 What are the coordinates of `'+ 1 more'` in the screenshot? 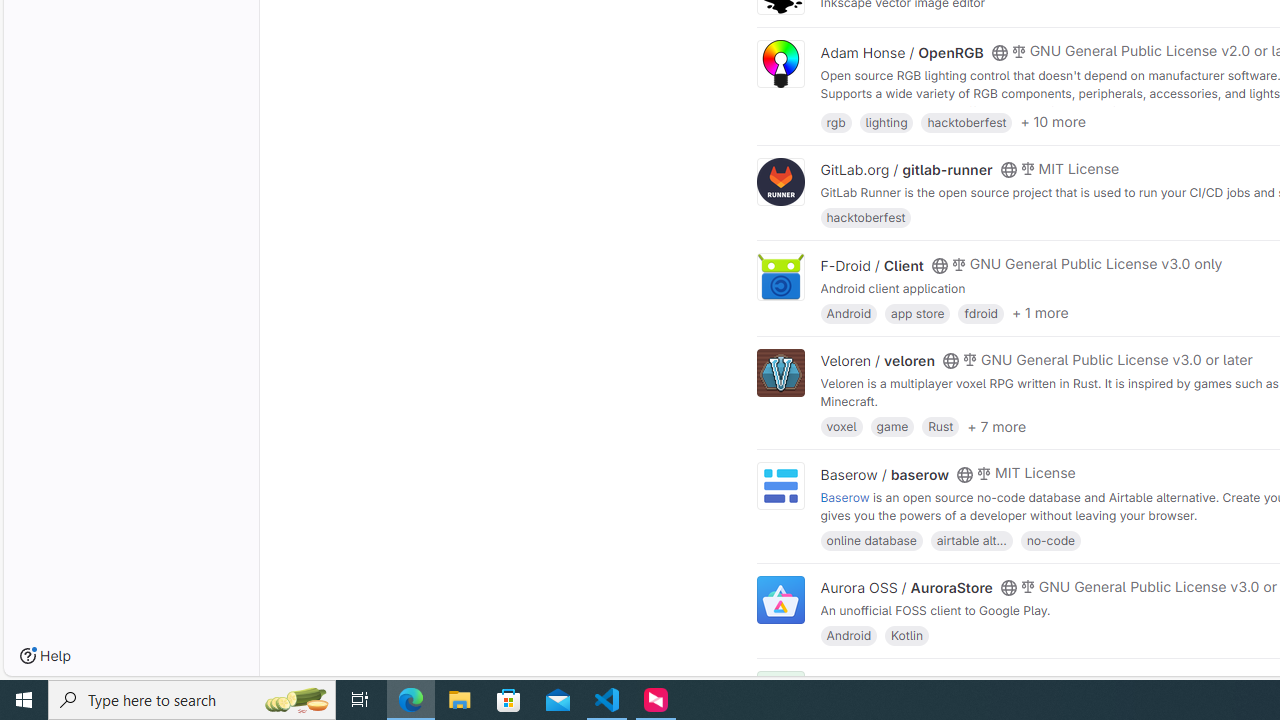 It's located at (1040, 313).